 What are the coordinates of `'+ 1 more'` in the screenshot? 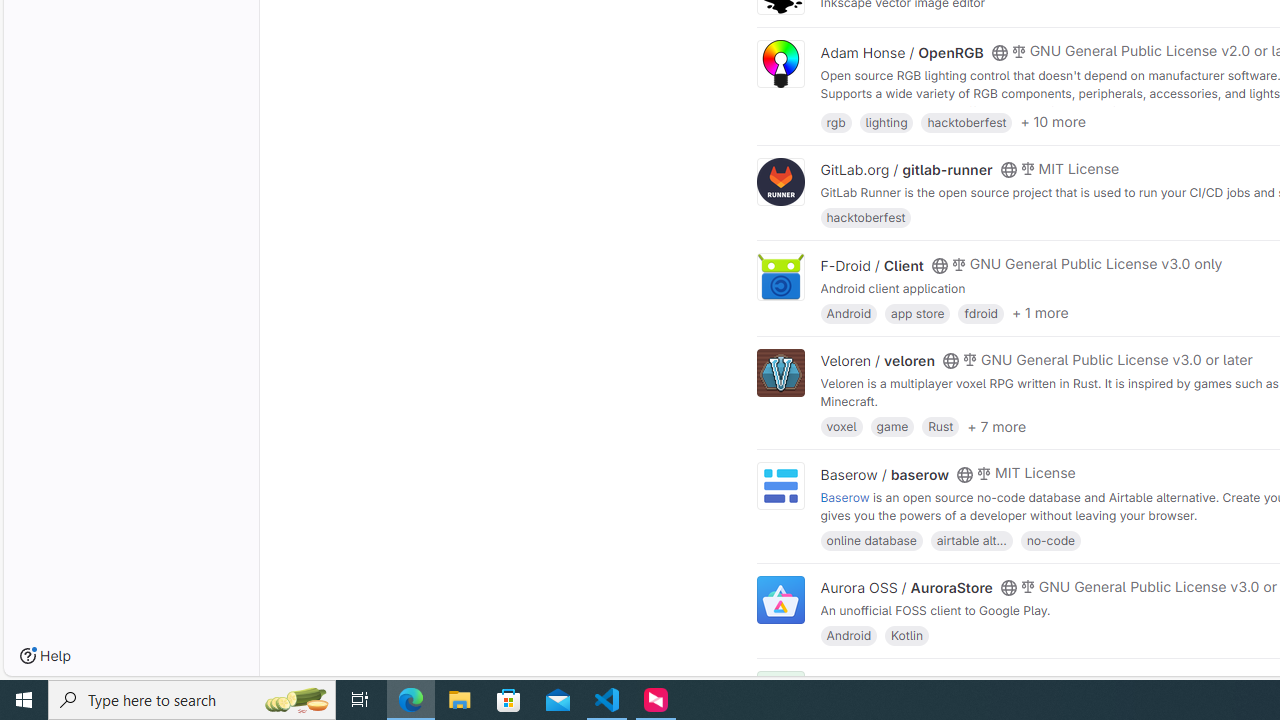 It's located at (1040, 313).